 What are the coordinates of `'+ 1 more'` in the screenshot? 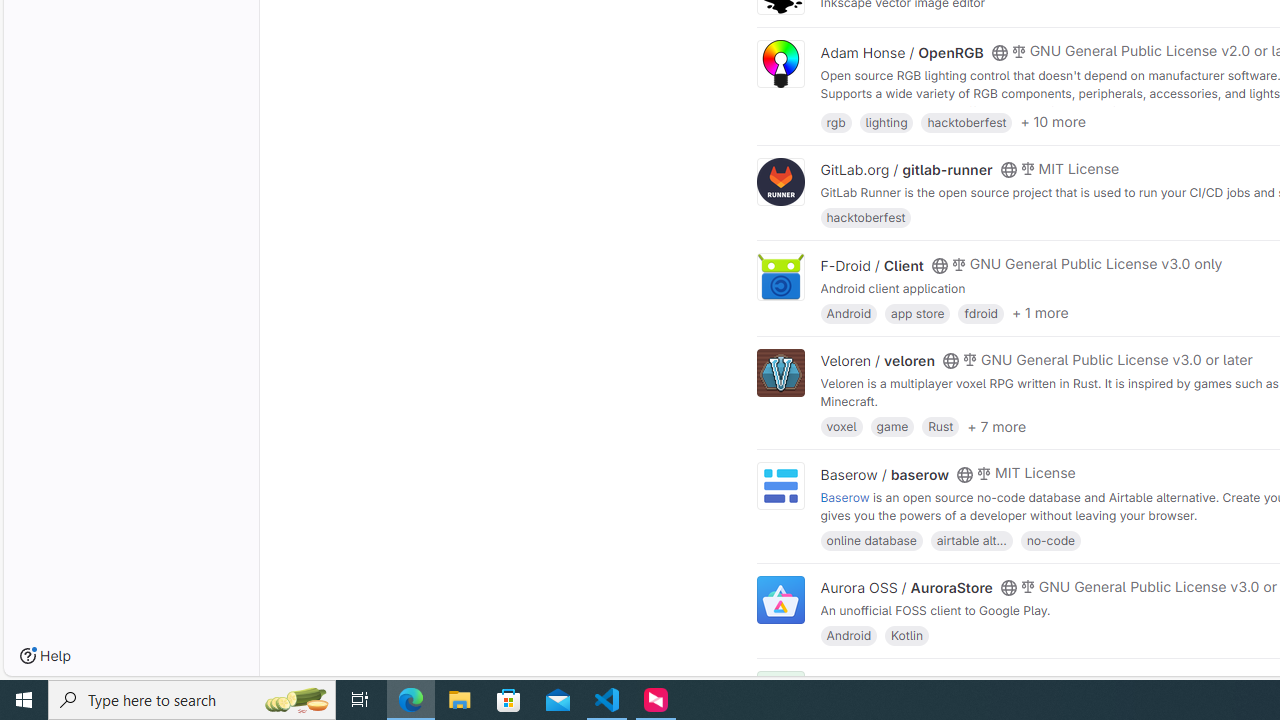 It's located at (1040, 313).